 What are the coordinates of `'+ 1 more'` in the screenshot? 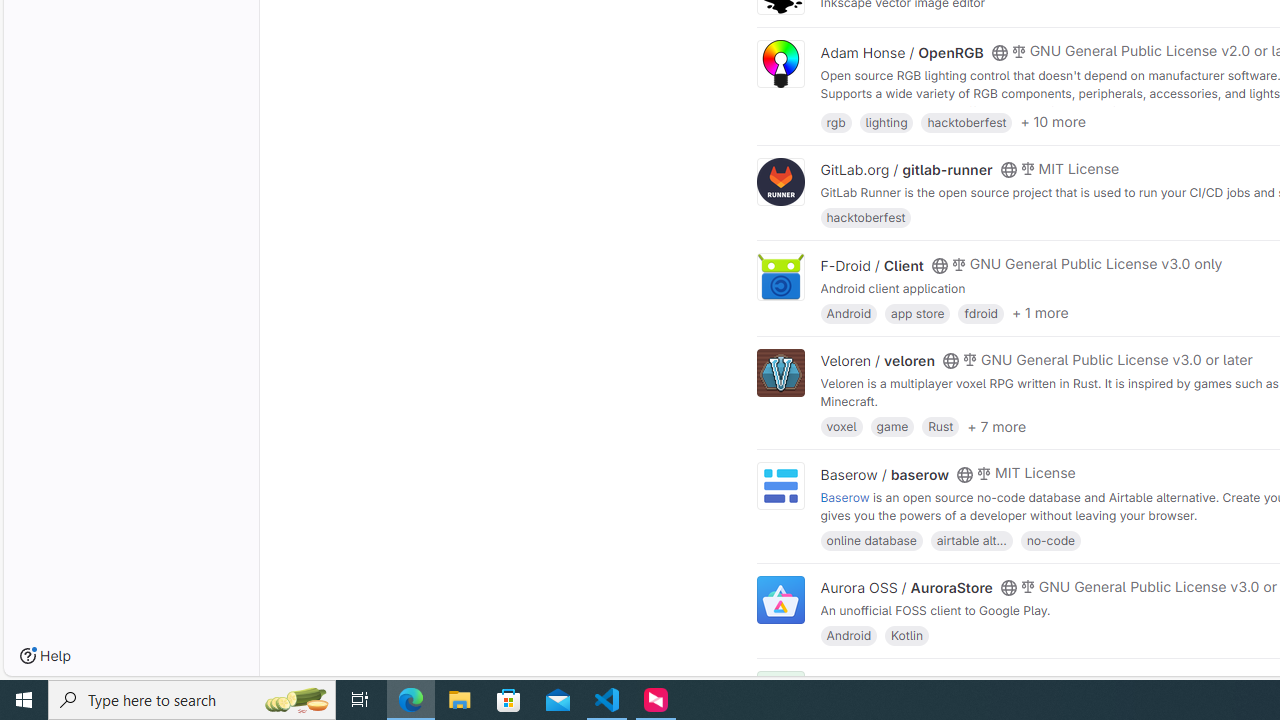 It's located at (1040, 313).